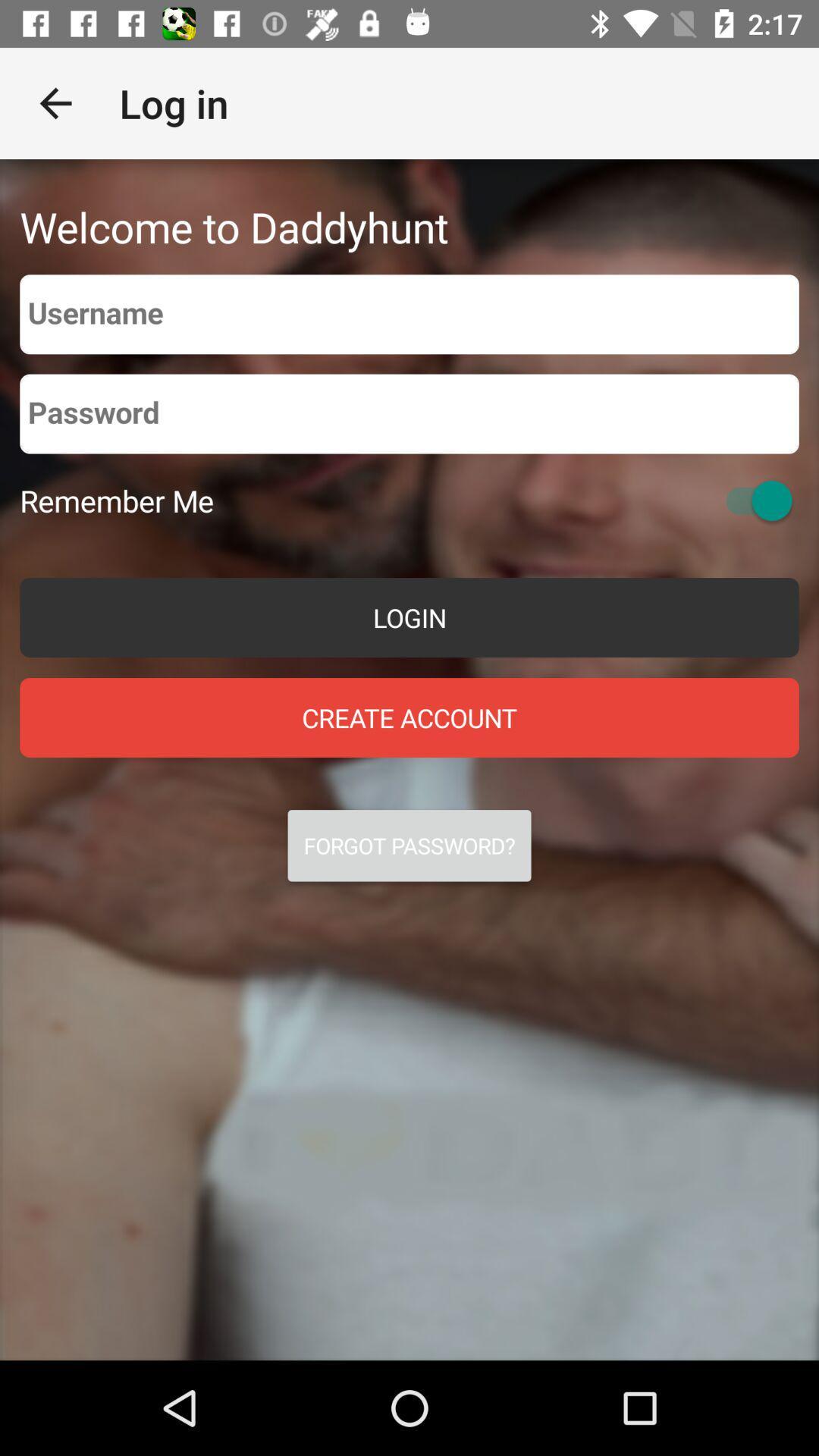 The width and height of the screenshot is (819, 1456). I want to click on the app next to log in icon, so click(55, 102).